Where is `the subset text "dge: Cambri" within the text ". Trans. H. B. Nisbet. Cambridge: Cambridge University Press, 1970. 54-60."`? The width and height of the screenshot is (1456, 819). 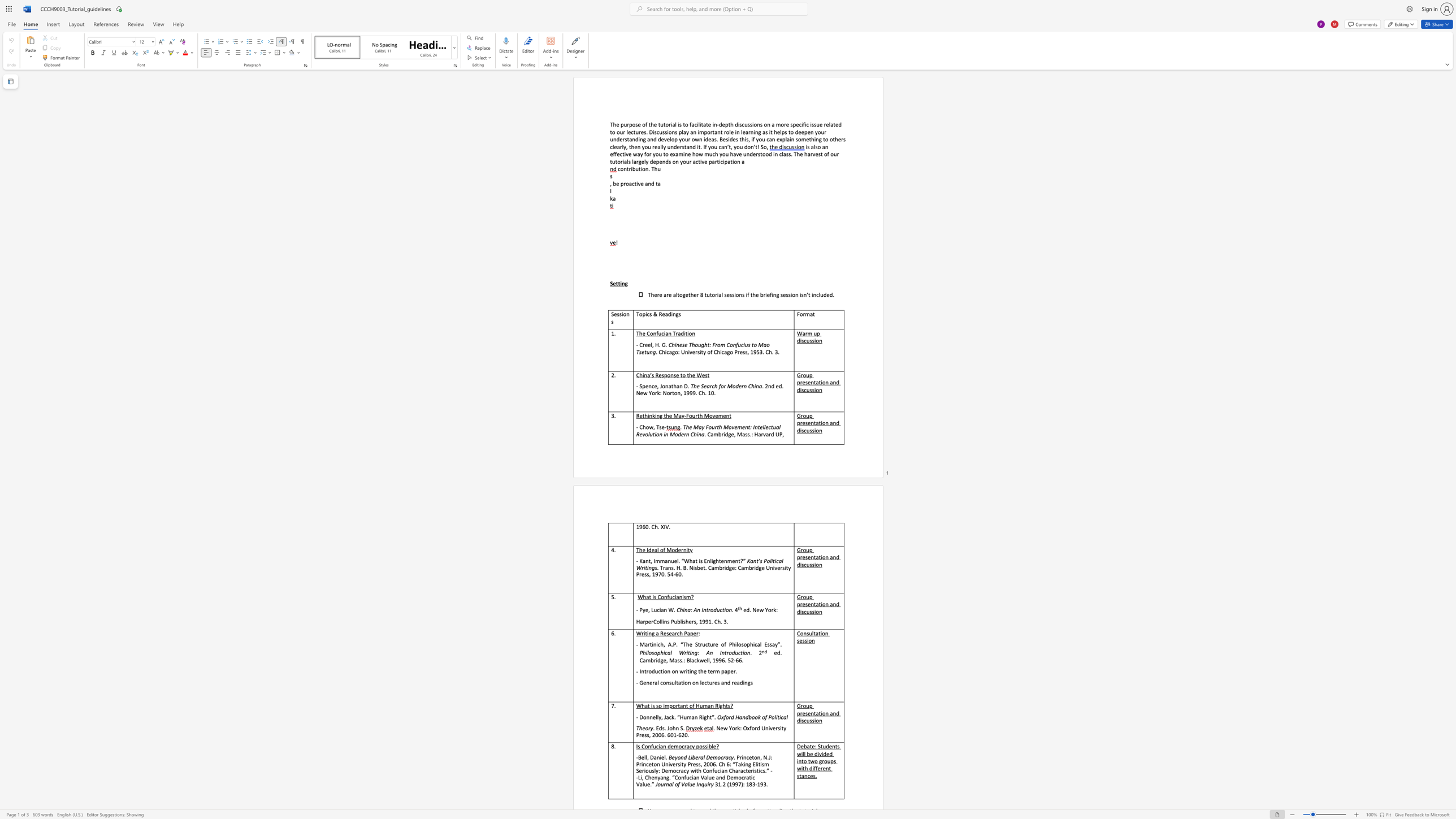
the subset text "dge: Cambri" within the text ". Trans. H. B. Nisbet. Cambridge: Cambridge University Press, 1970. 54-60." is located at coordinates (725, 567).